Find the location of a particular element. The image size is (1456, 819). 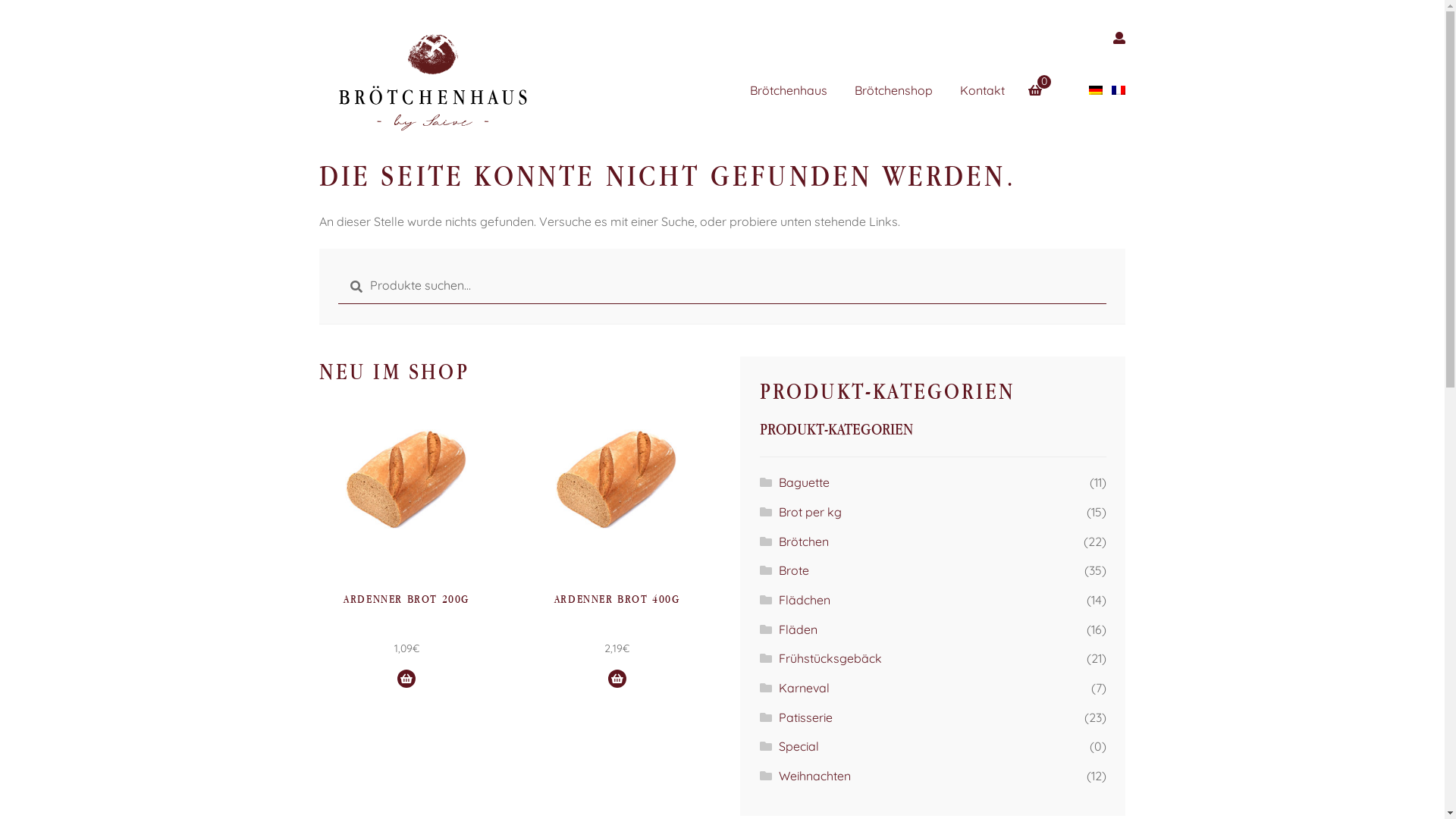

'Kontakt' is located at coordinates (994, 90).